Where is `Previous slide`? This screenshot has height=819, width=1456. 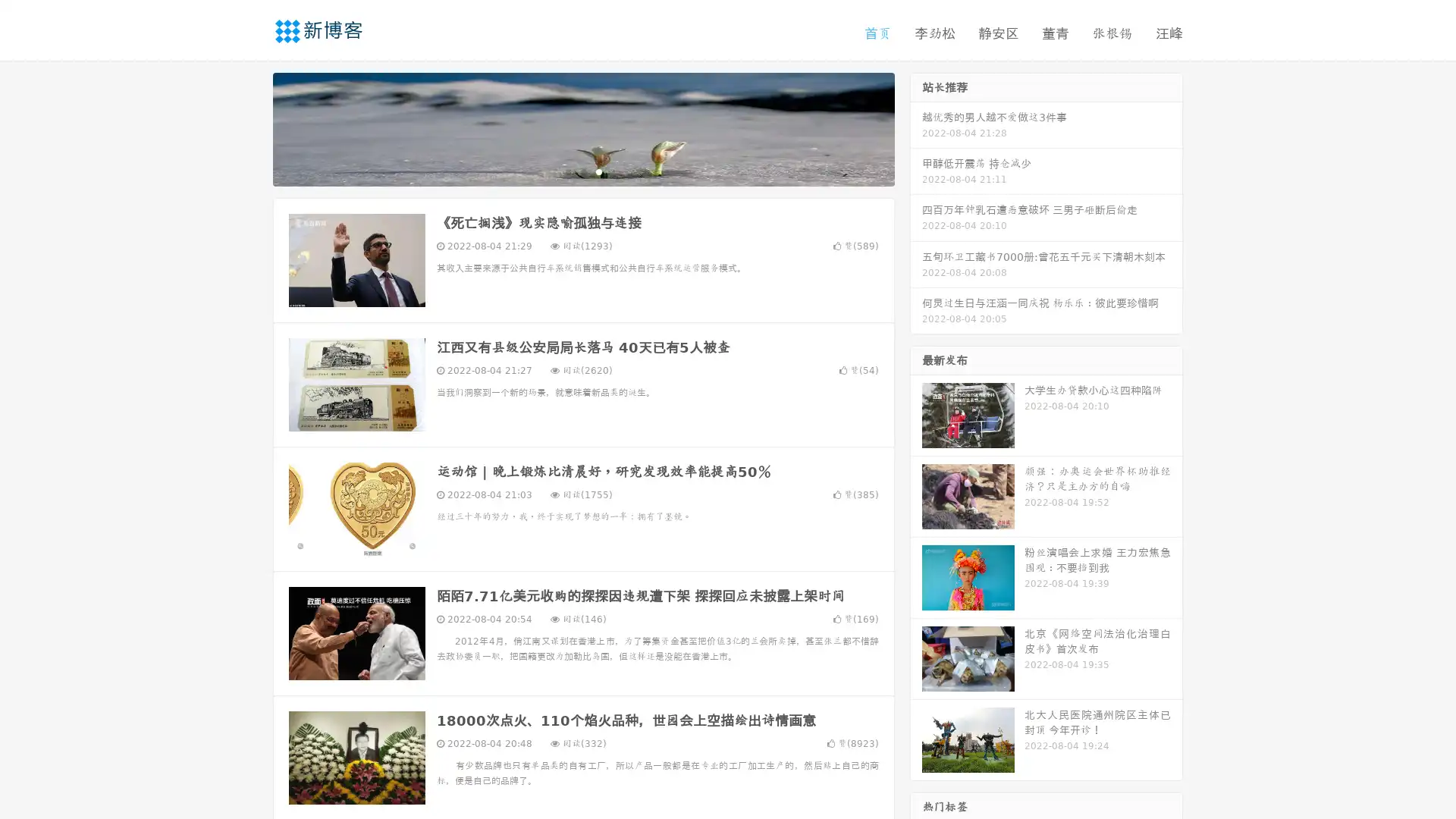
Previous slide is located at coordinates (250, 127).